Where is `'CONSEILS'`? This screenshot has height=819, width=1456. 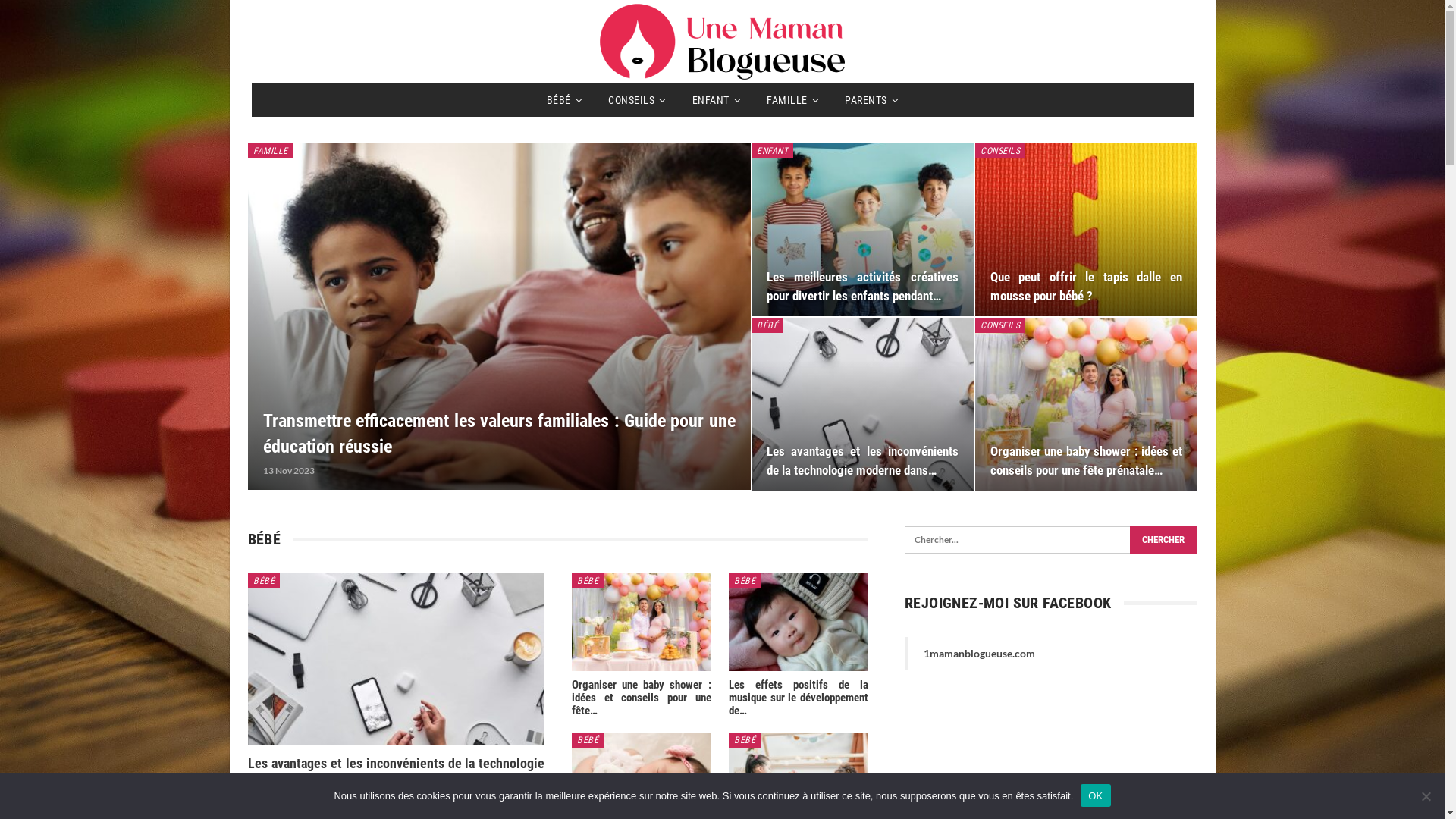 'CONSEILS' is located at coordinates (637, 99).